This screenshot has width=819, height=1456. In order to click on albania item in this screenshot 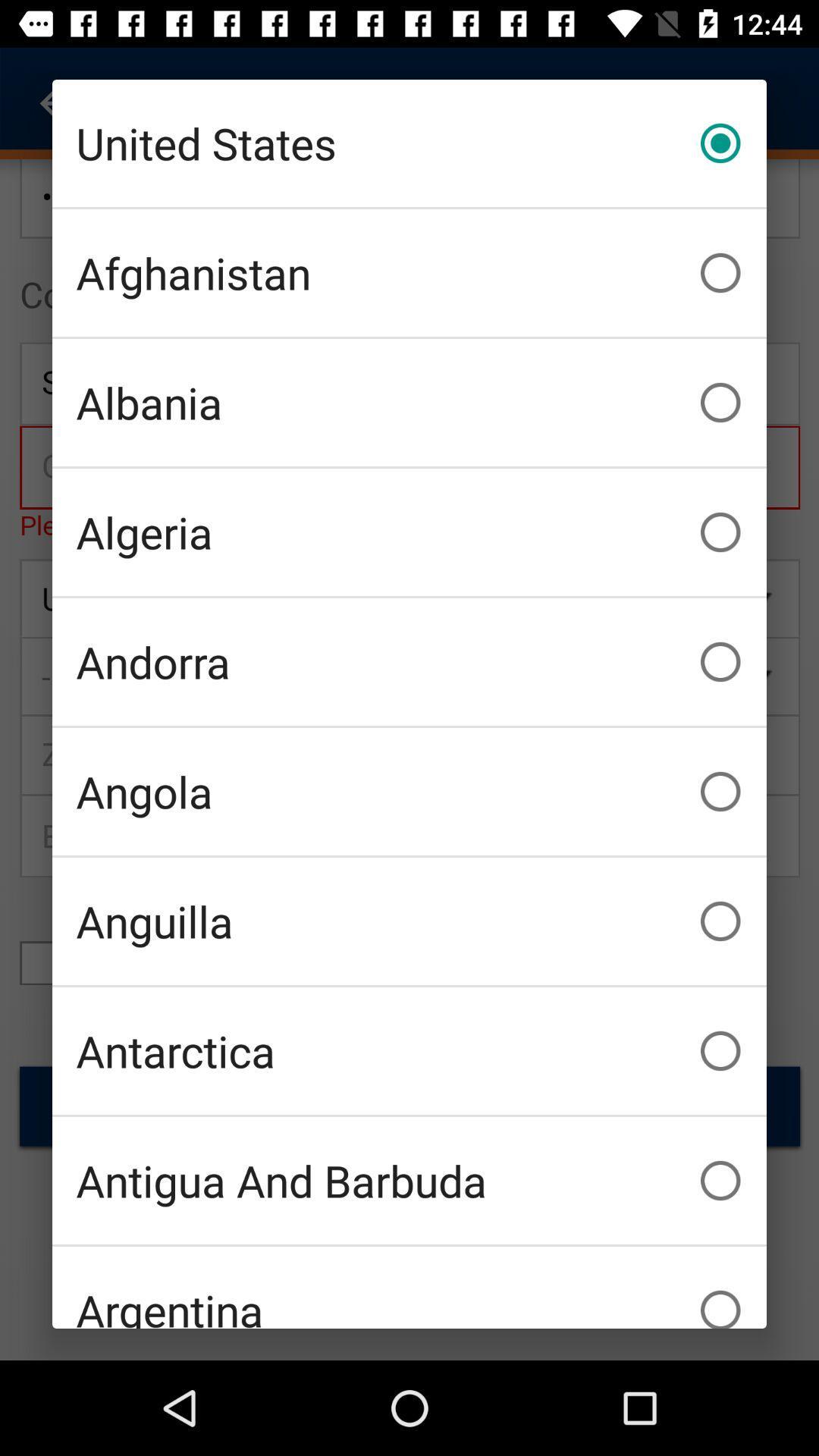, I will do `click(409, 403)`.